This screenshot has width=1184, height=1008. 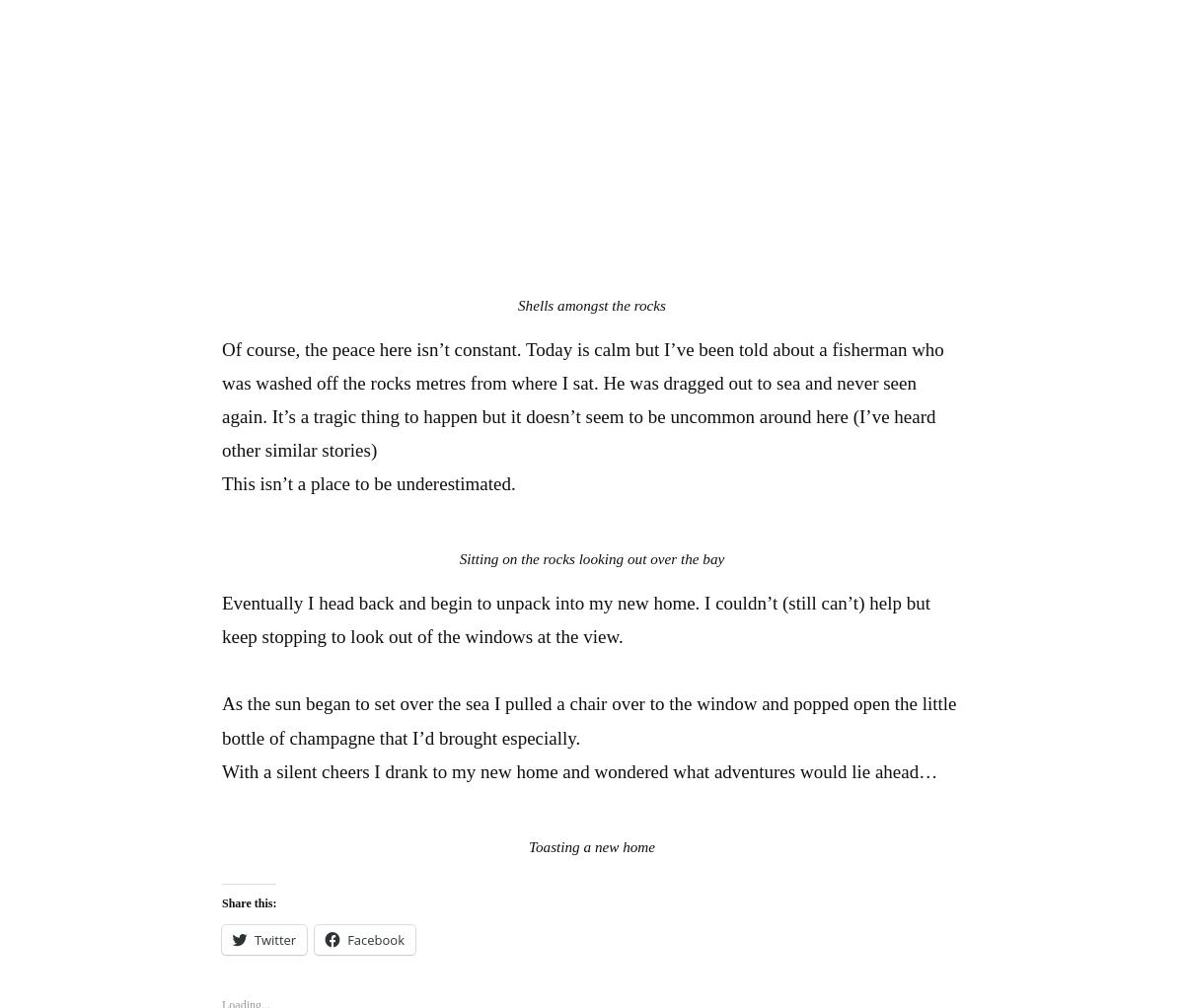 I want to click on 'As the sun began to set over the sea I pulled a chair over to the window and popped open the little bottle of champagne that I’d brought especially.', so click(x=588, y=720).